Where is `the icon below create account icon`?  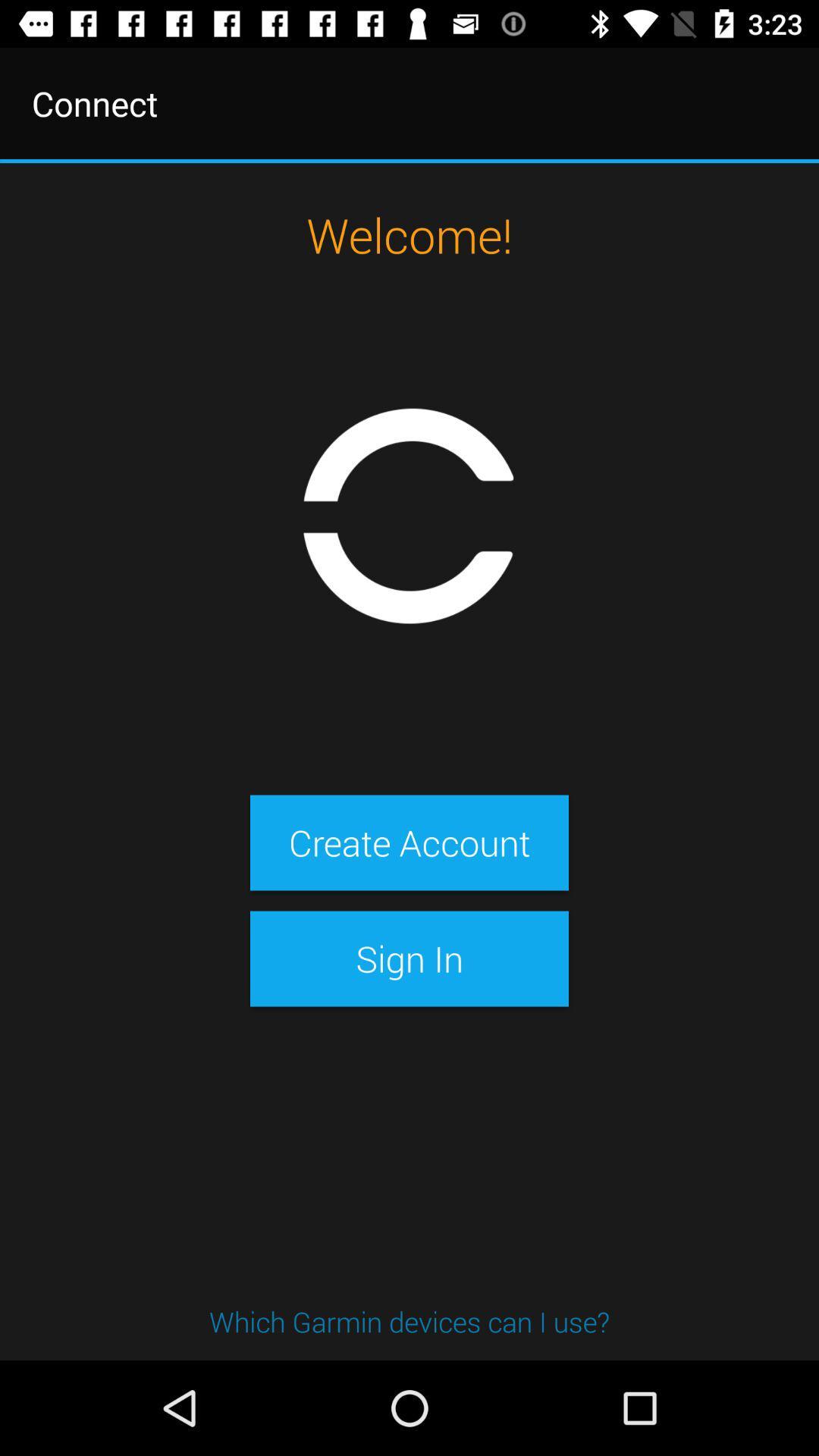 the icon below create account icon is located at coordinates (409, 958).